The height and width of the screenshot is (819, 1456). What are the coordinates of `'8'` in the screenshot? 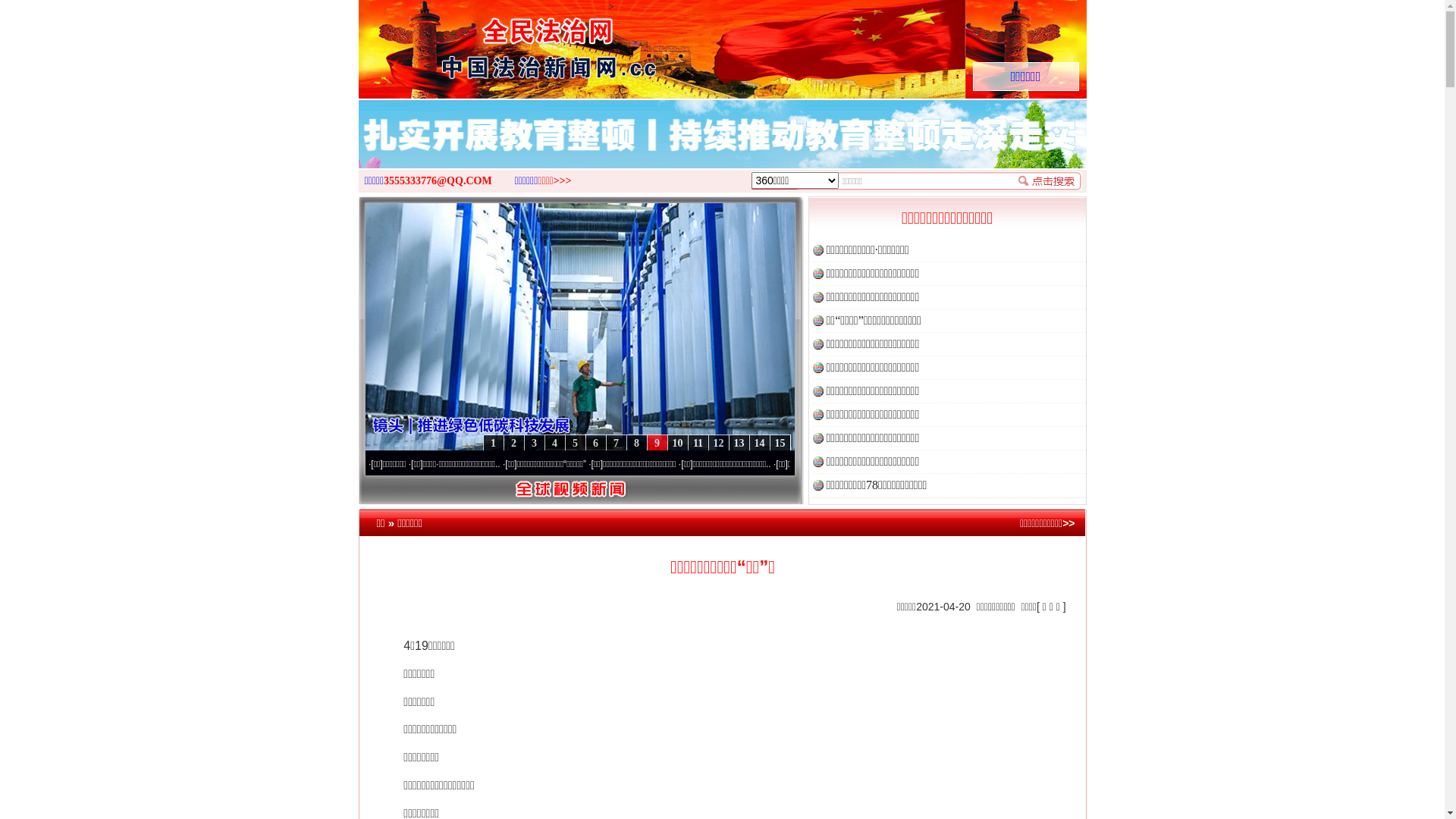 It's located at (636, 443).